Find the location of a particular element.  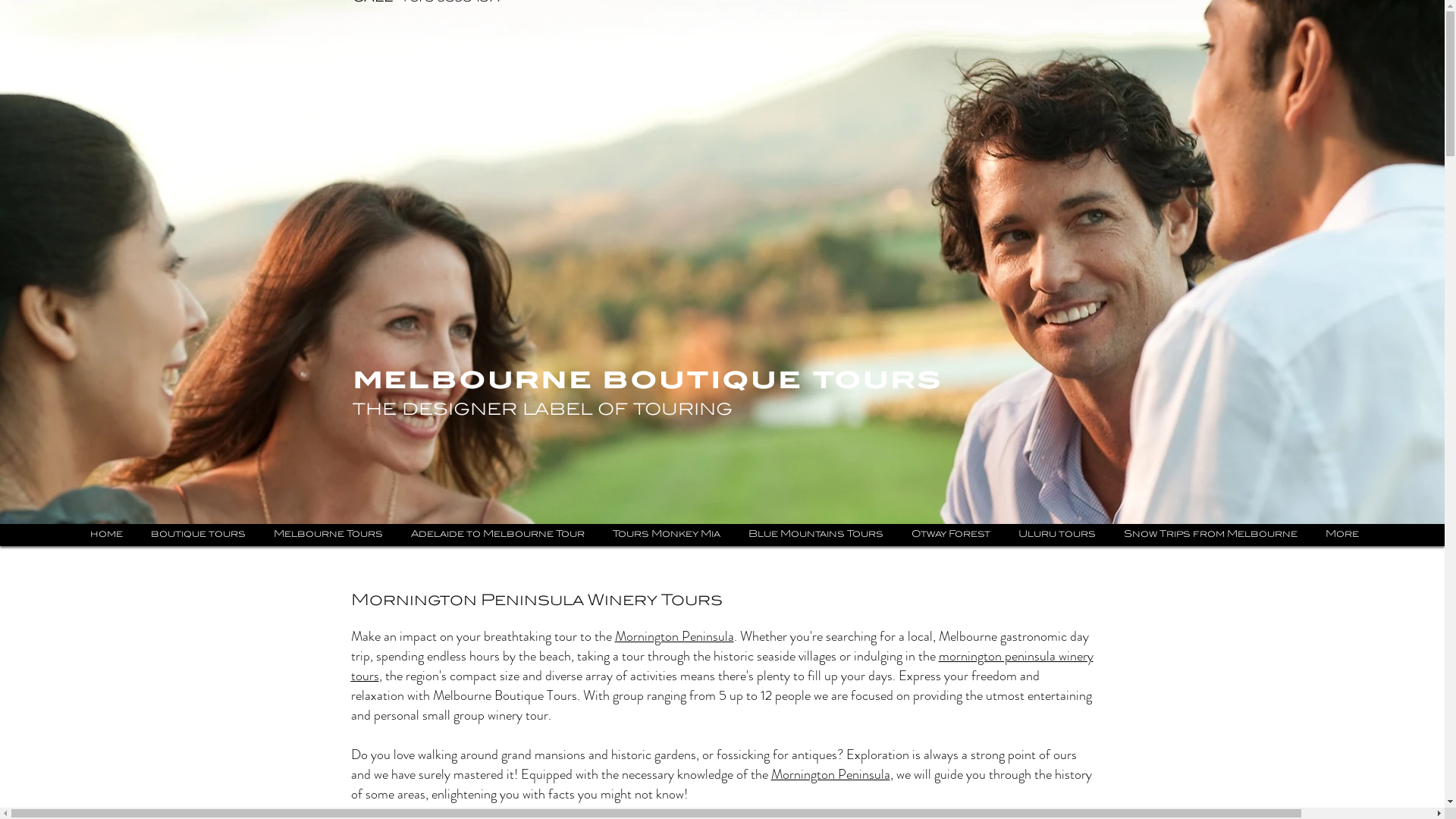

'Snow Trips from Melbourne' is located at coordinates (1210, 534).